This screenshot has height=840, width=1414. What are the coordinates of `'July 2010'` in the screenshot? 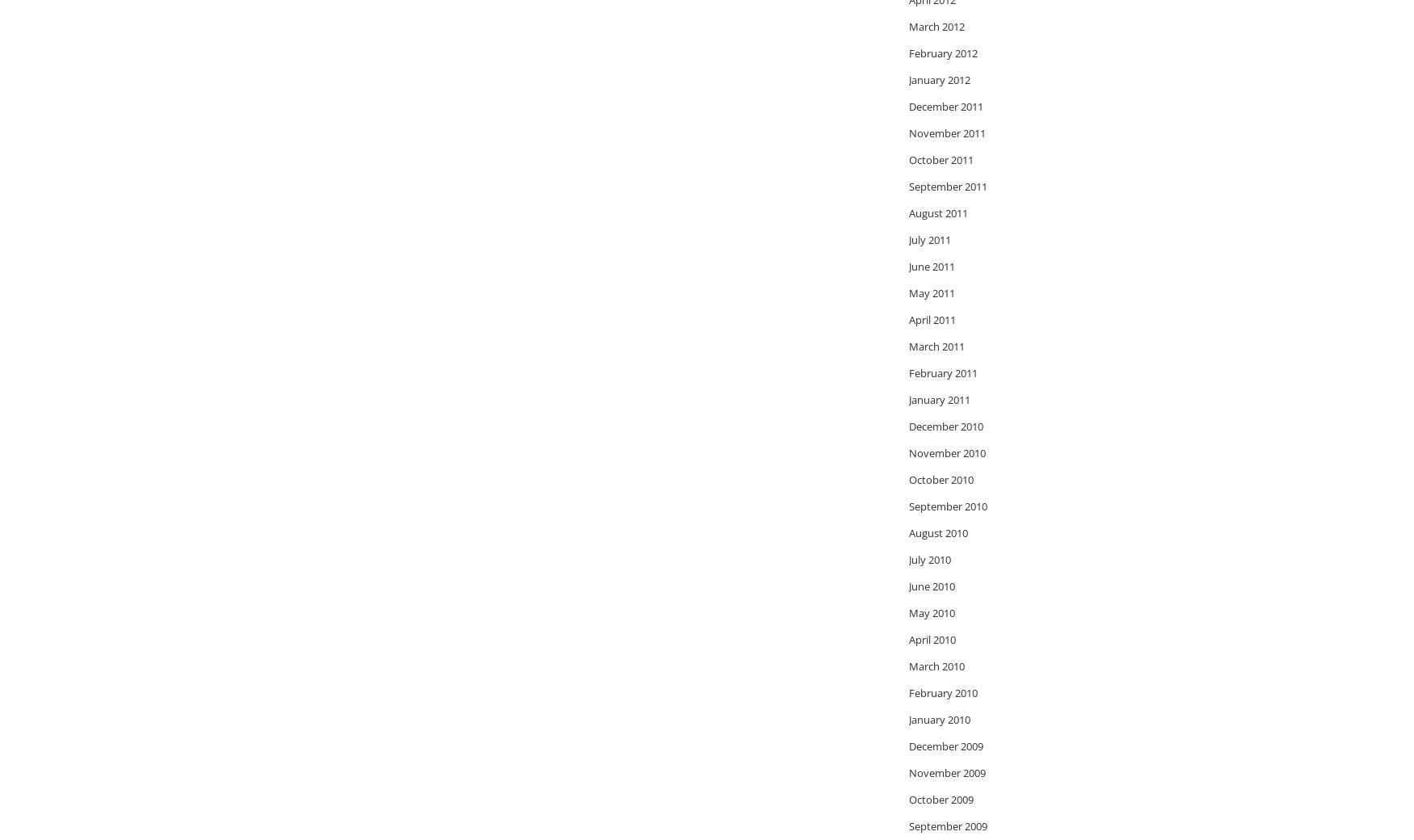 It's located at (928, 559).